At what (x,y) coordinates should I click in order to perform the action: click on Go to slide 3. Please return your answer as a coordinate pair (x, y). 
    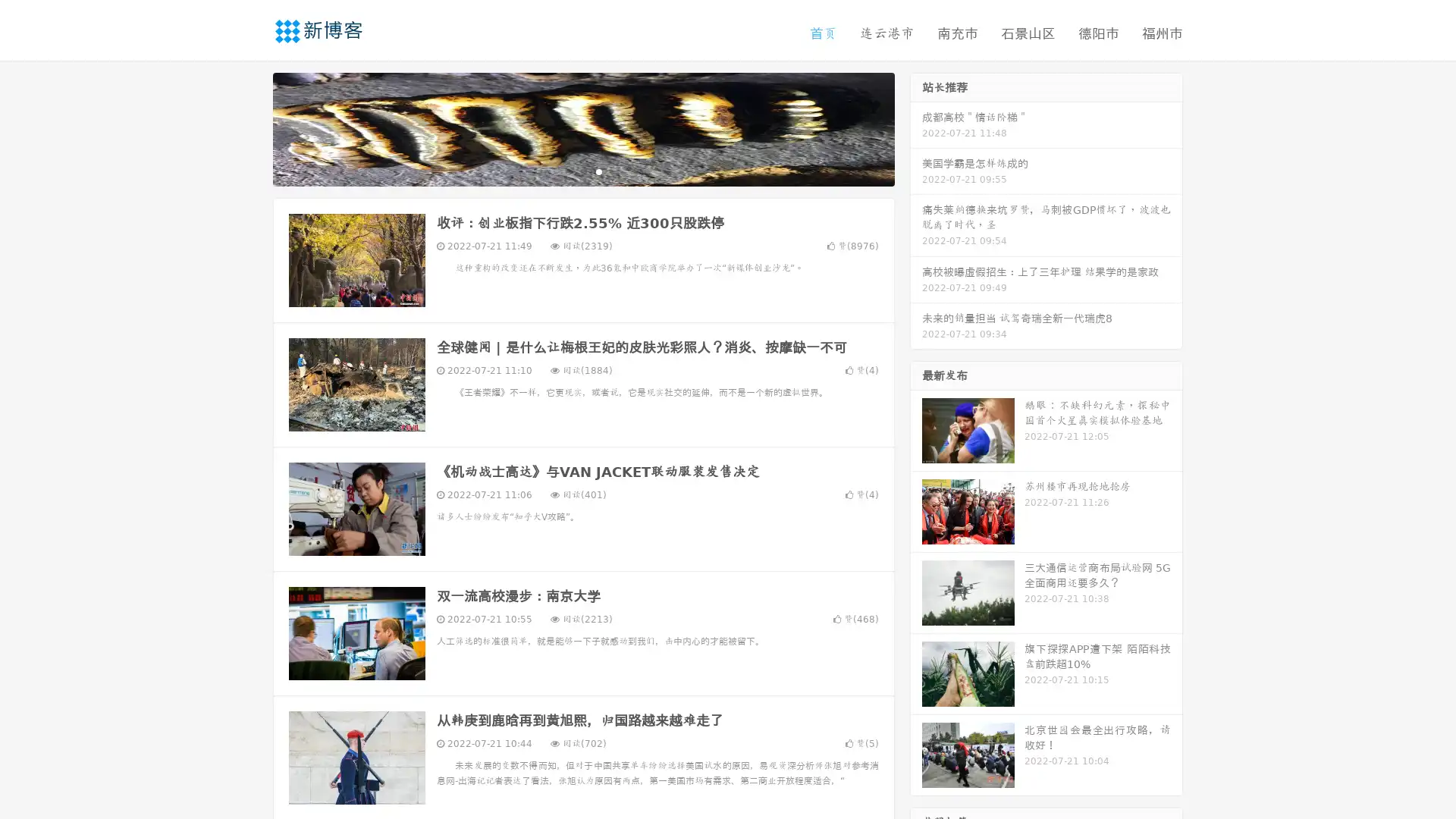
    Looking at the image, I should click on (598, 171).